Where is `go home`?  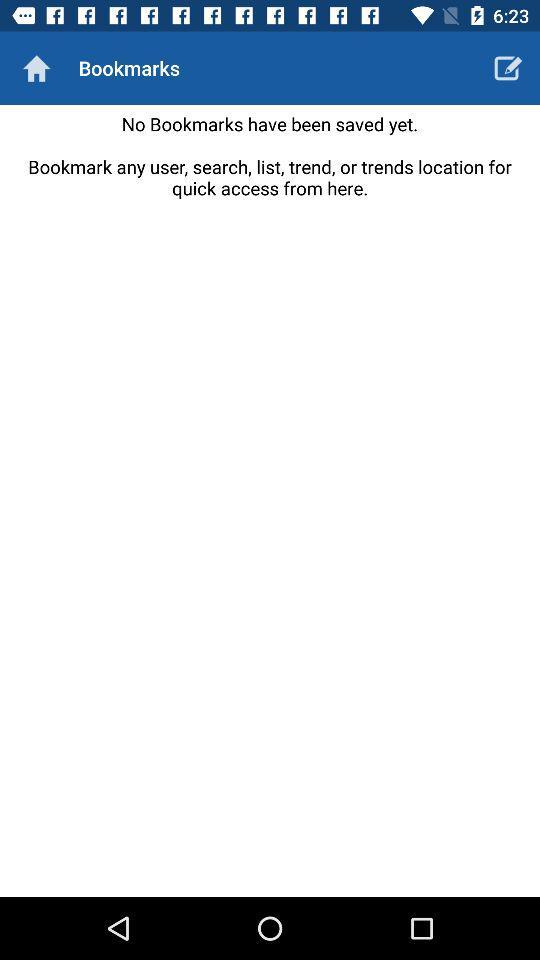 go home is located at coordinates (36, 68).